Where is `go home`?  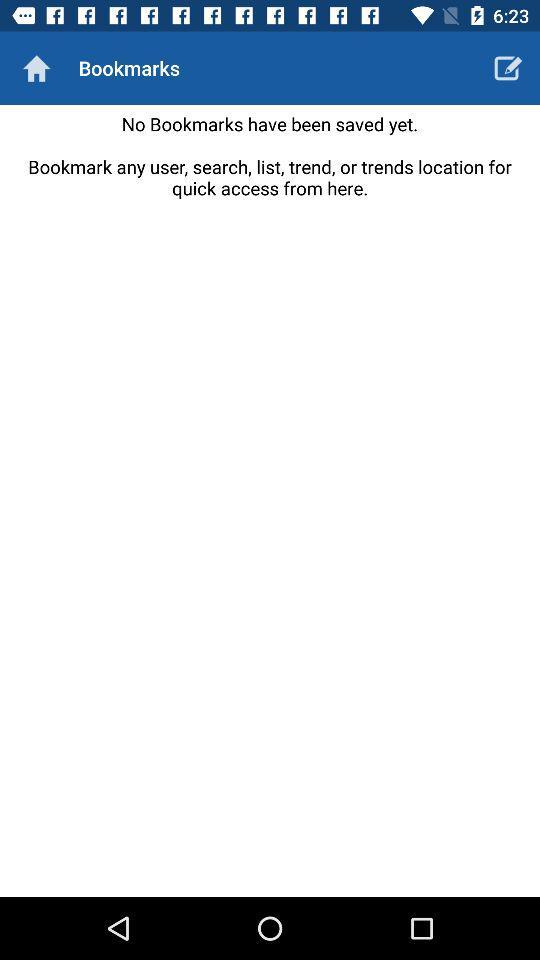 go home is located at coordinates (36, 68).